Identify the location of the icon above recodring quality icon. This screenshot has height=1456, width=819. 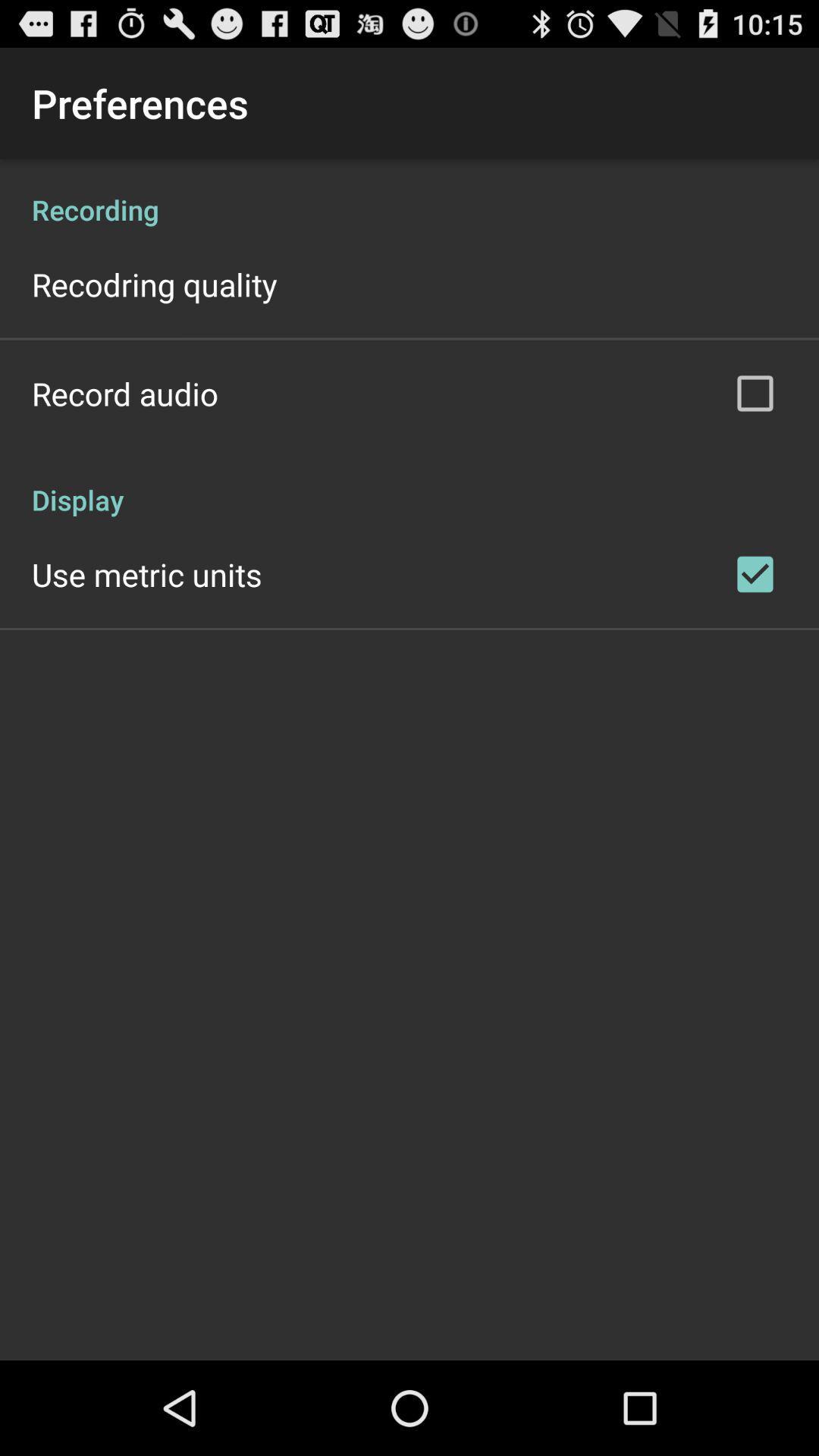
(409, 193).